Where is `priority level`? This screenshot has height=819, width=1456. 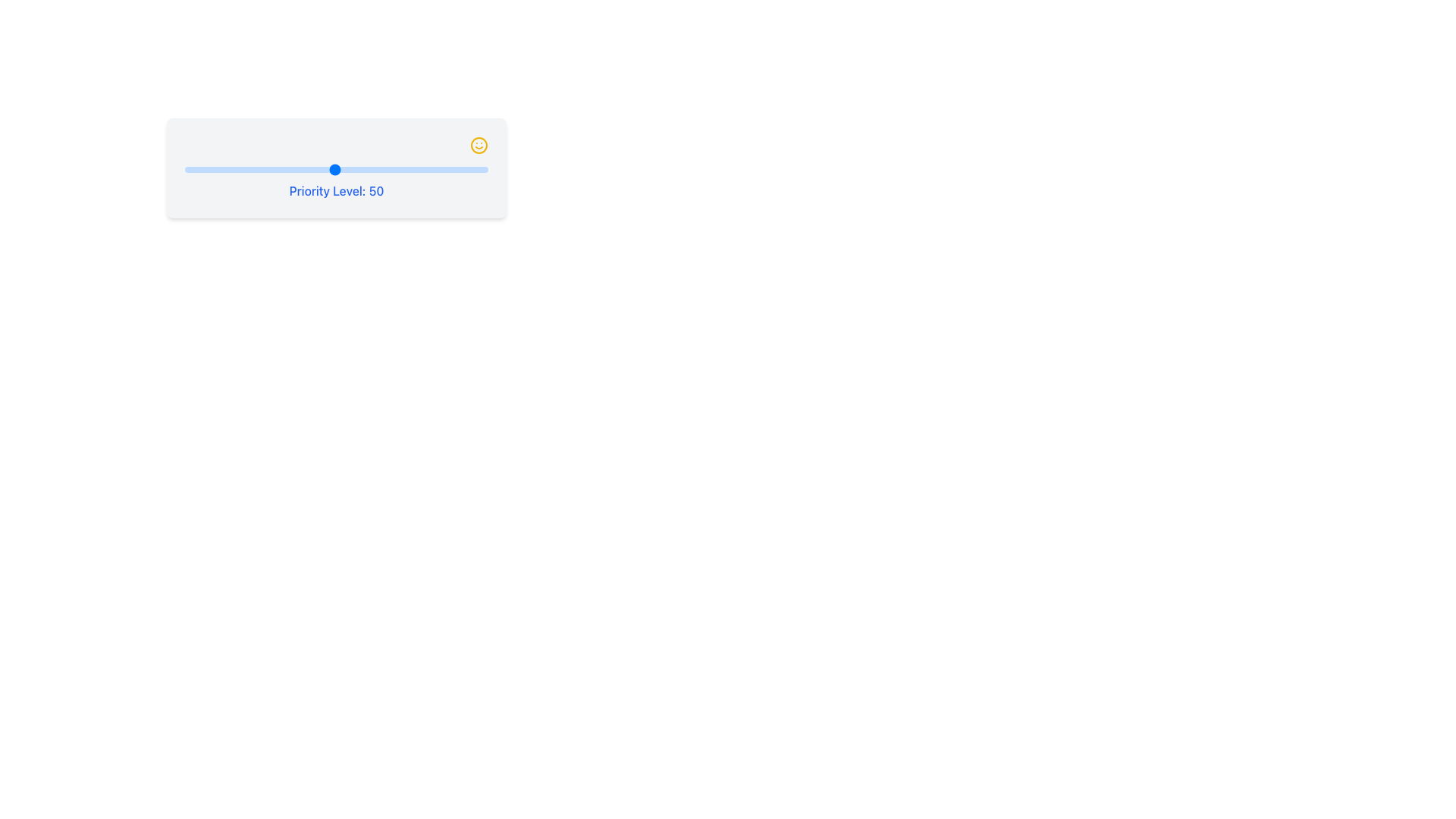
priority level is located at coordinates (202, 169).